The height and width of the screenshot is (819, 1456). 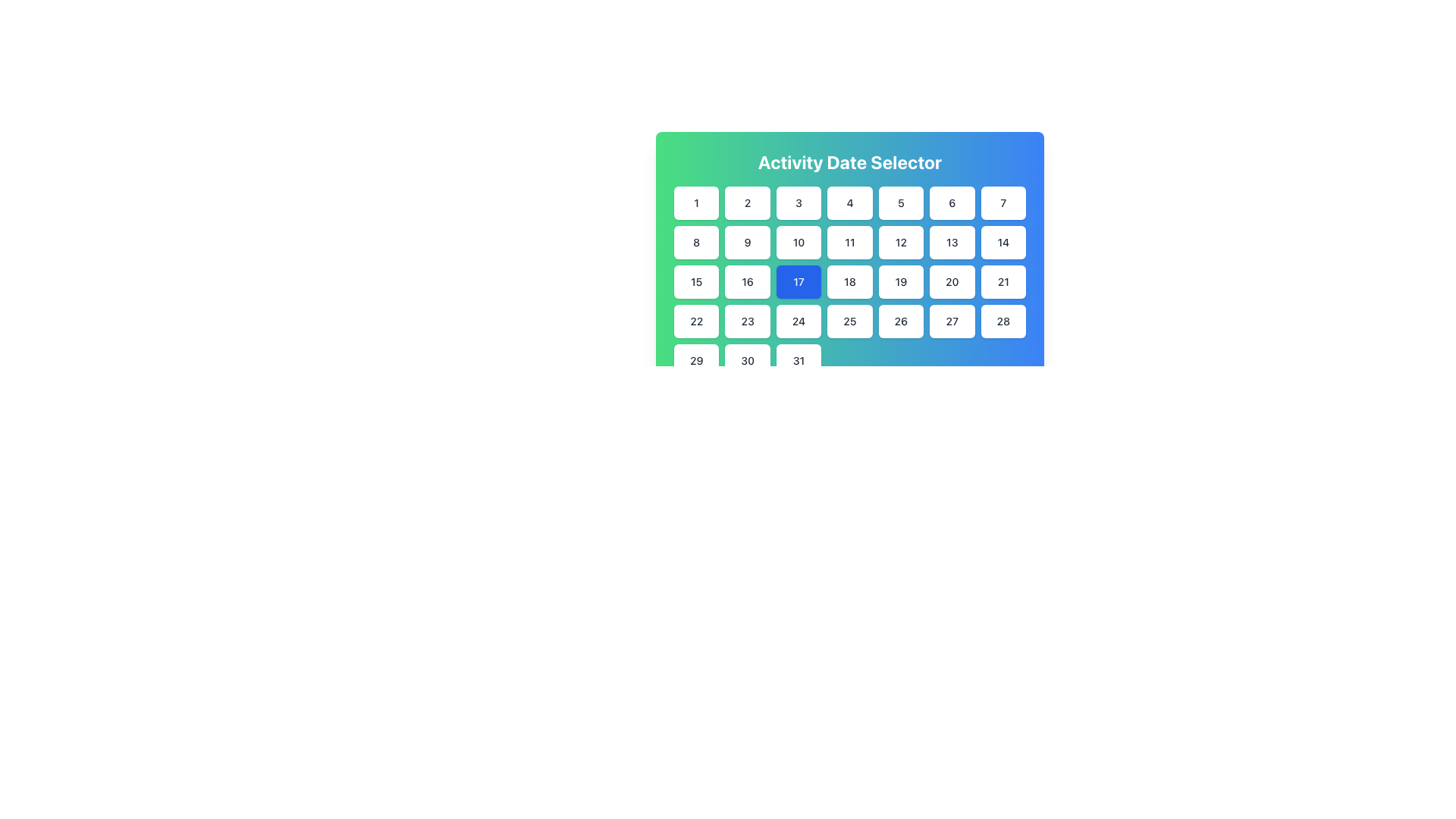 I want to click on the square-shaped button with rounded corners labeled '29', which is located in the bottom-left corner of the grid layout, so click(x=695, y=360).